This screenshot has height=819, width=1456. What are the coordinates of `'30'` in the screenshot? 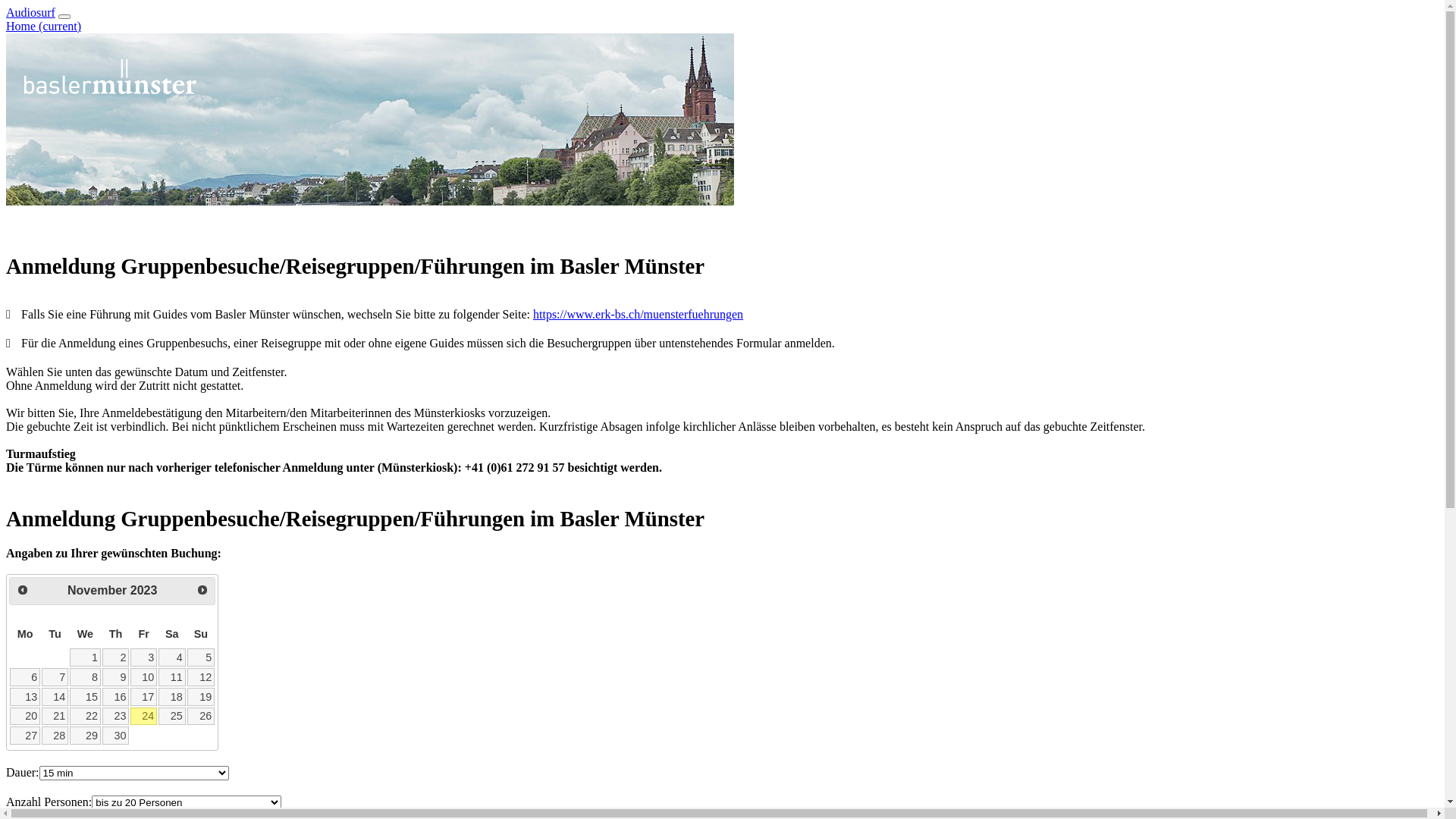 It's located at (115, 734).